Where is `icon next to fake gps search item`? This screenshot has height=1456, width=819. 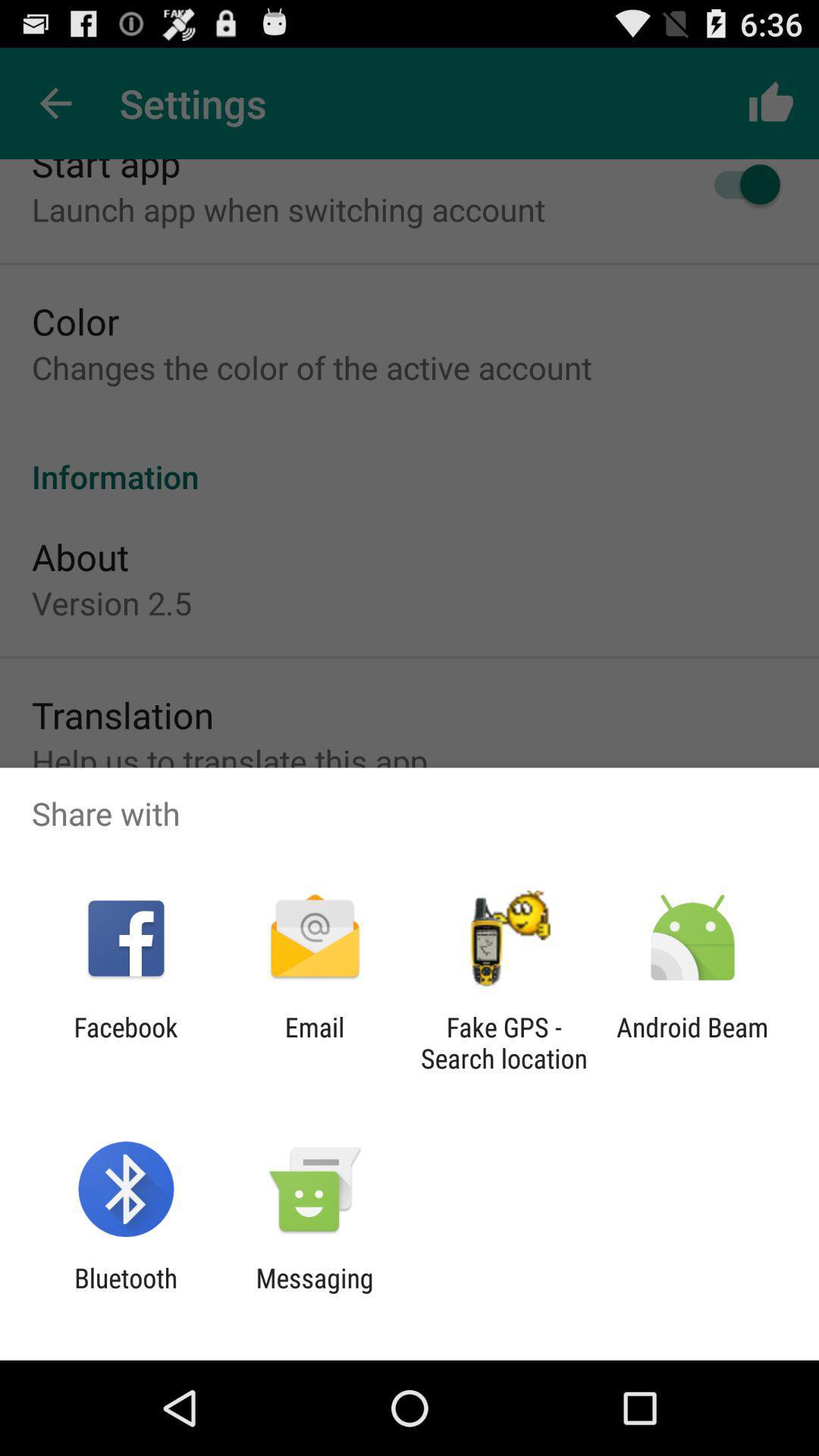
icon next to fake gps search item is located at coordinates (692, 1042).